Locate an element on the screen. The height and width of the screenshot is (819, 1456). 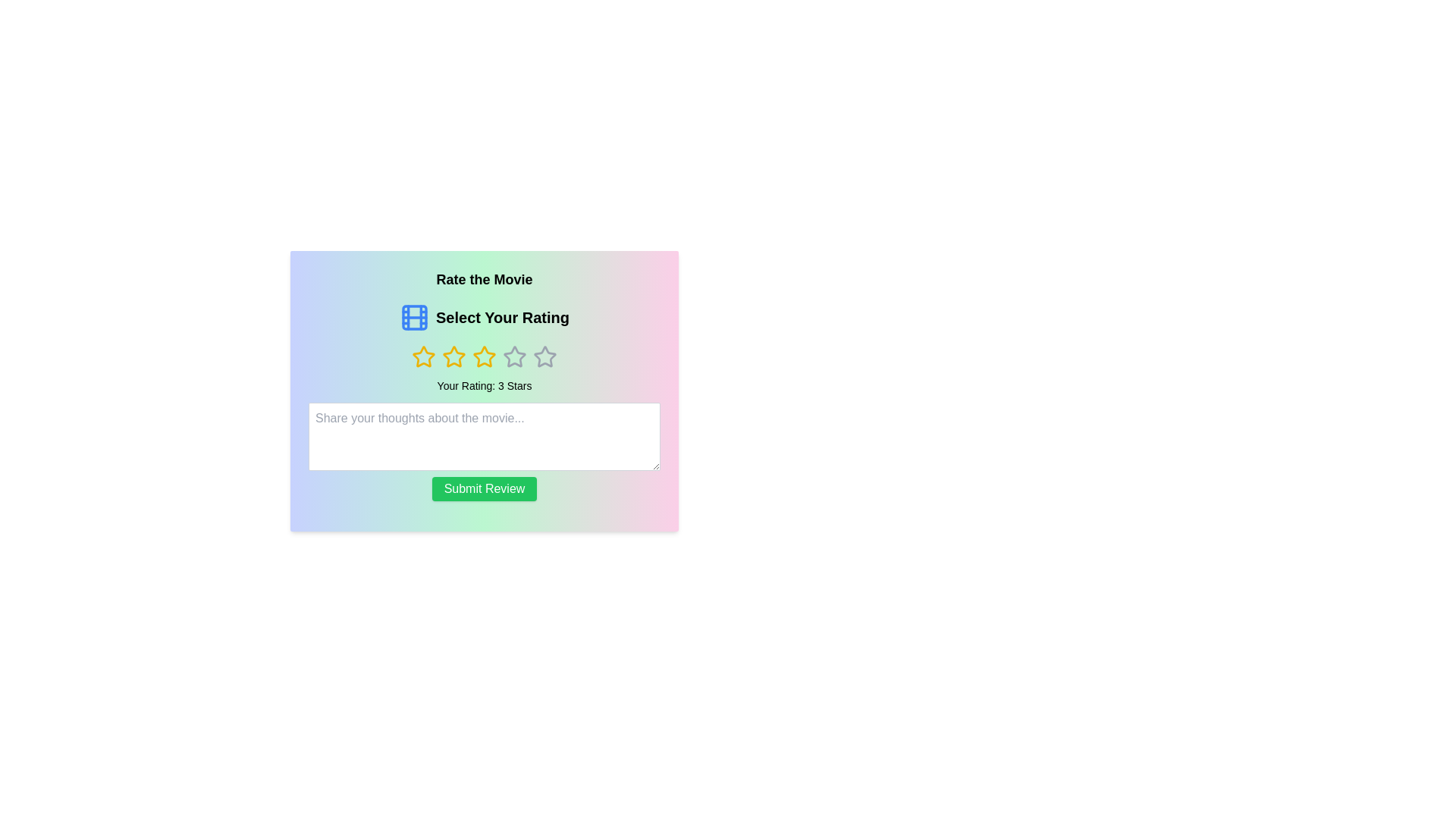
the third star icon in the star rating component is located at coordinates (423, 356).